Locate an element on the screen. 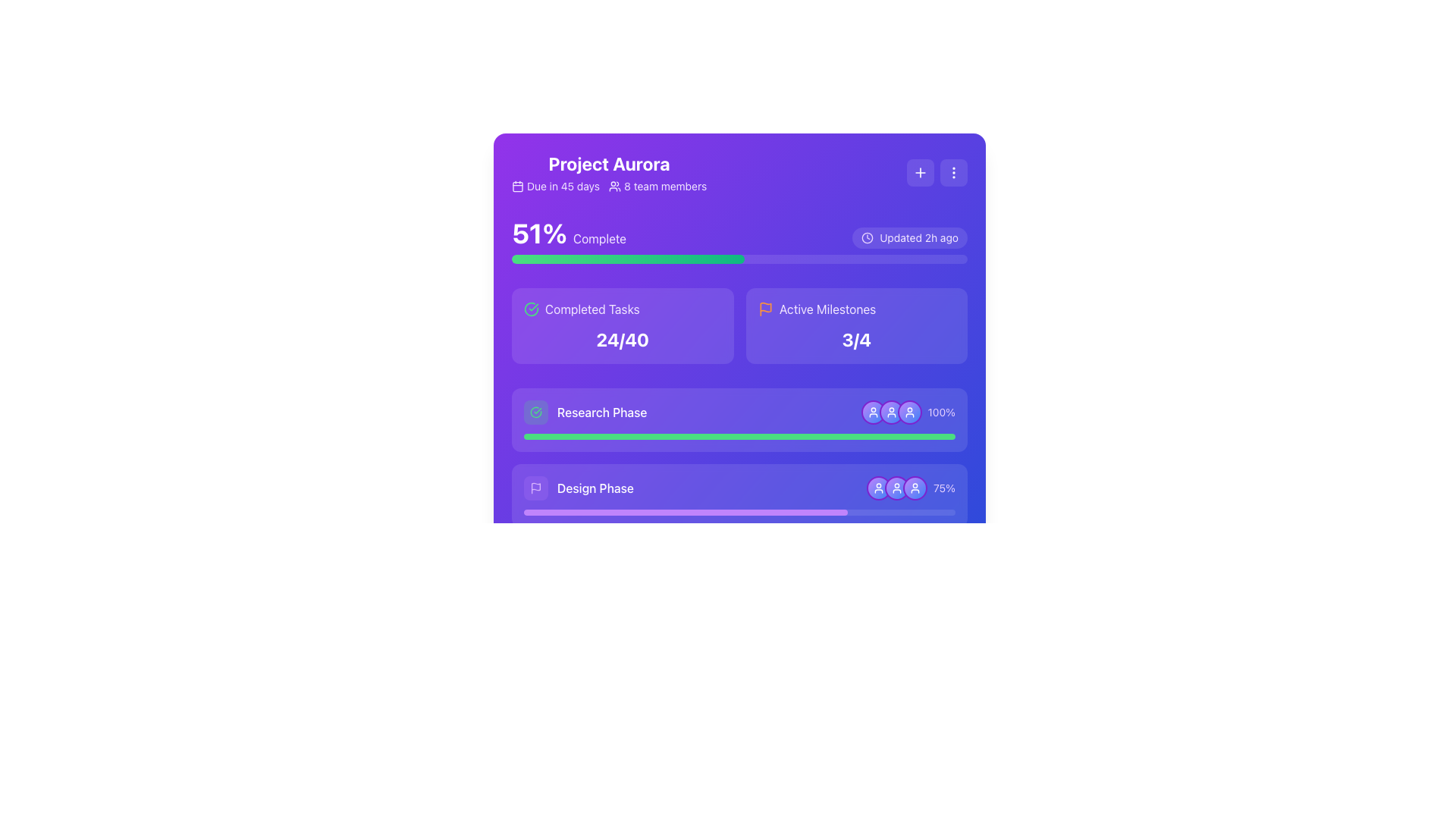  the user profile silhouette icon embedded in a circular gradient button located is located at coordinates (891, 412).